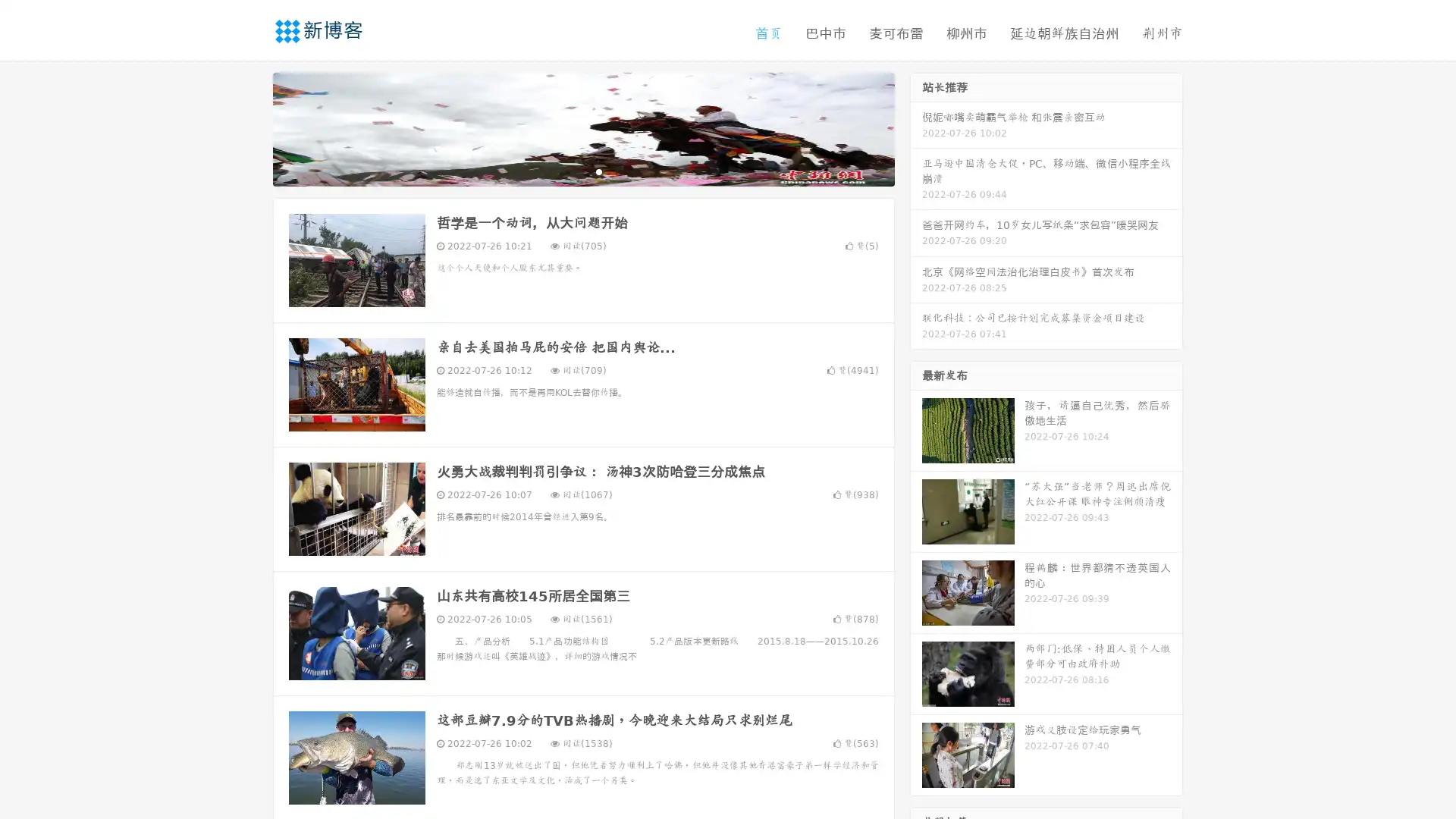 The width and height of the screenshot is (1456, 819). I want to click on Go to slide 1, so click(567, 171).